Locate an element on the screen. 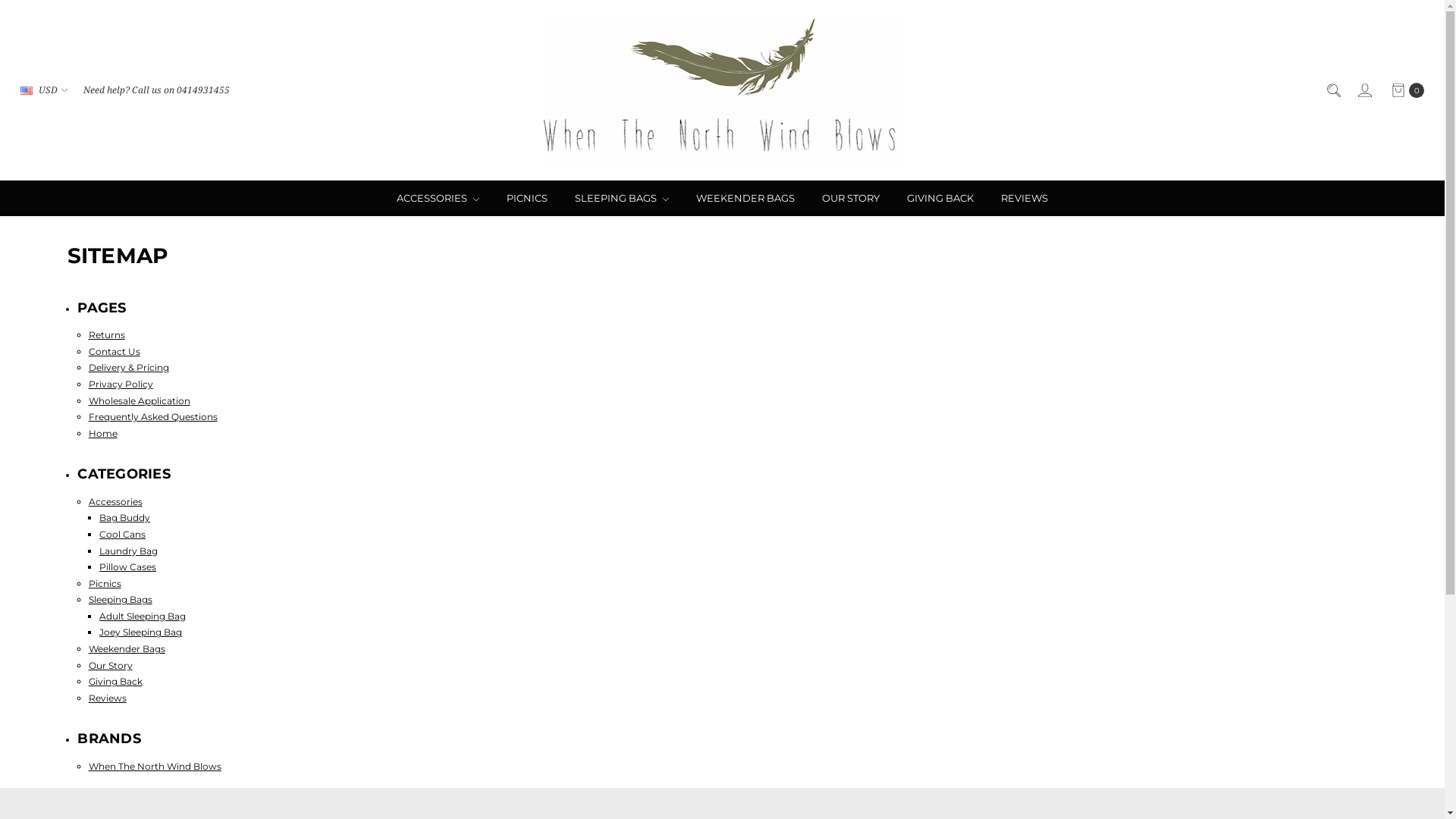 Image resolution: width=1456 pixels, height=819 pixels. 'Returns' is located at coordinates (105, 334).